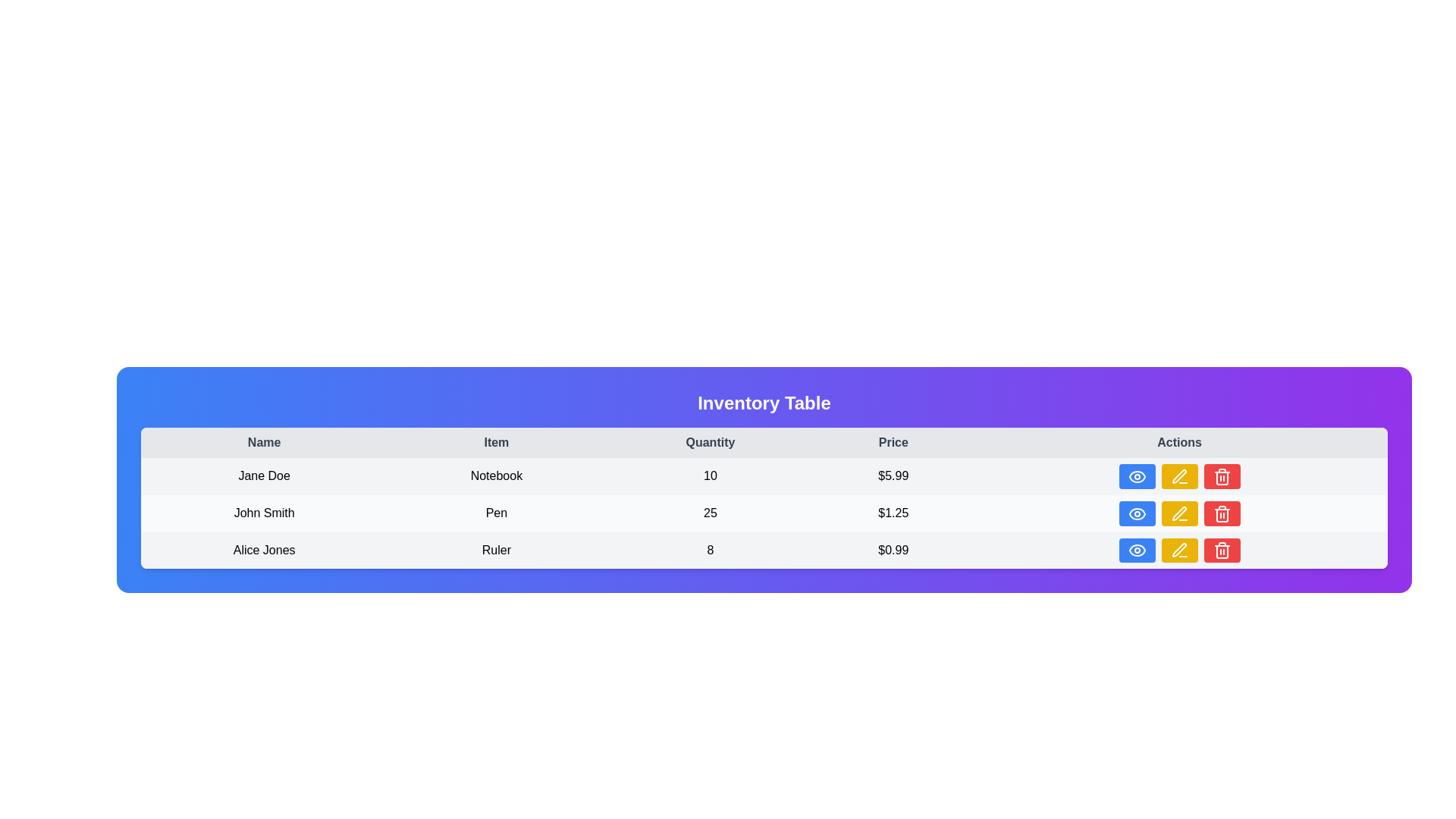 The height and width of the screenshot is (819, 1456). Describe the element at coordinates (1137, 475) in the screenshot. I see `the Icon Button in the 'Actions' column of the data table for the 'John Smith' entry` at that location.